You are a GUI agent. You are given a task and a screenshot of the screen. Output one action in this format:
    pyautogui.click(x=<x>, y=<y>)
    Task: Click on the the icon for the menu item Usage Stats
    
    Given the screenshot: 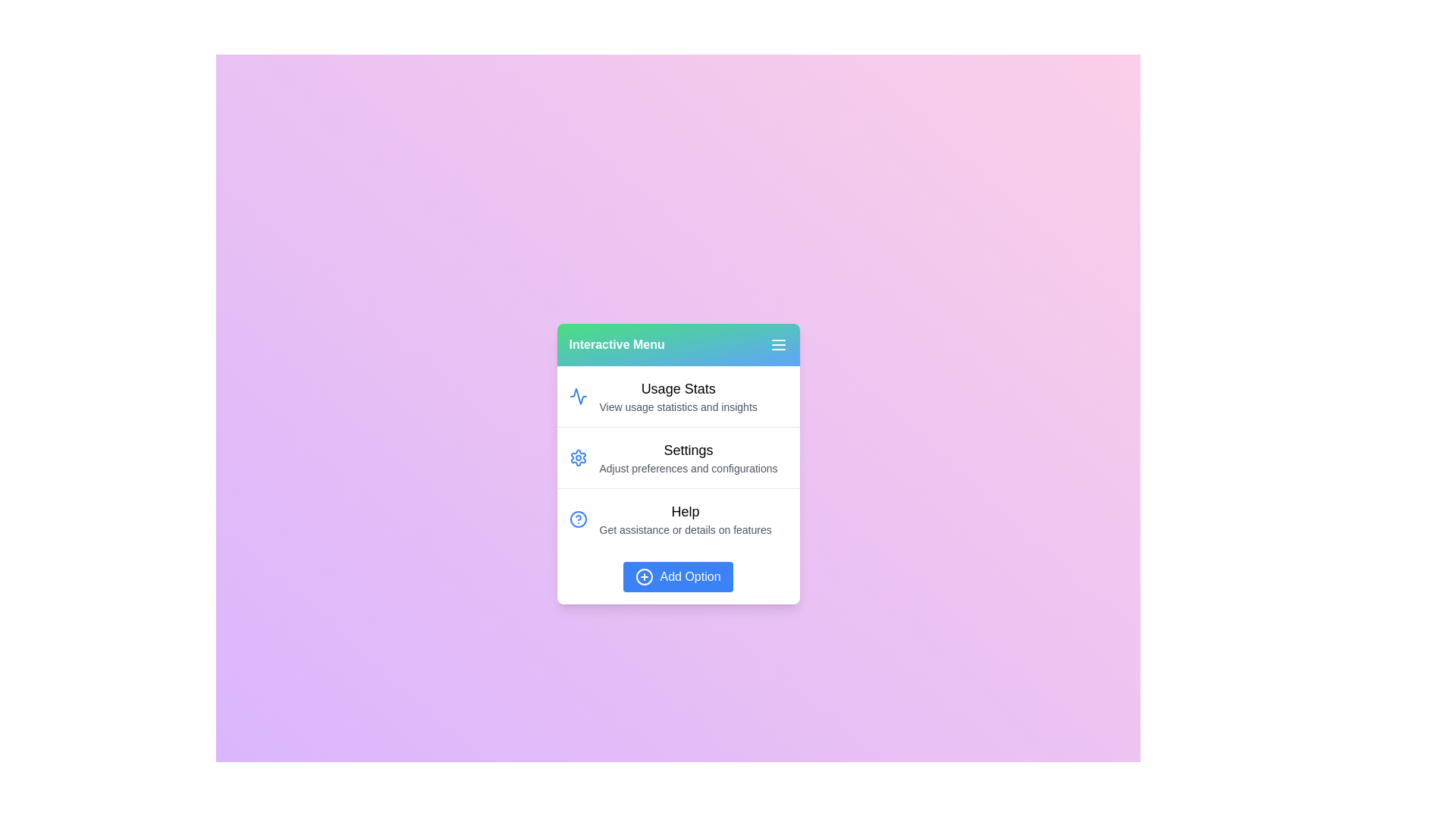 What is the action you would take?
    pyautogui.click(x=577, y=396)
    